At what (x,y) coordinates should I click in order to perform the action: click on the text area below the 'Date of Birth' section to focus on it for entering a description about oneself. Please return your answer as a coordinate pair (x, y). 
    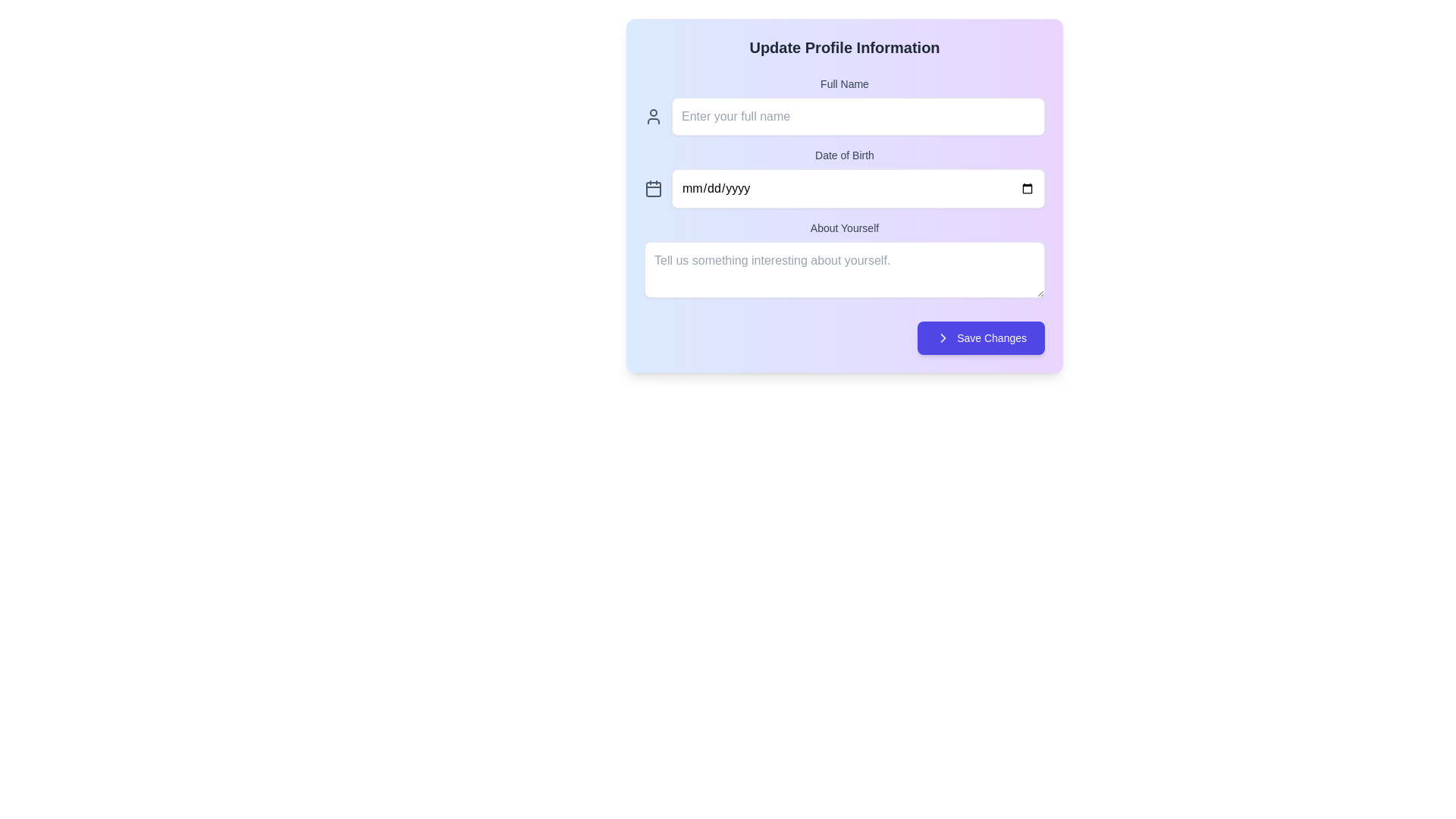
    Looking at the image, I should click on (843, 260).